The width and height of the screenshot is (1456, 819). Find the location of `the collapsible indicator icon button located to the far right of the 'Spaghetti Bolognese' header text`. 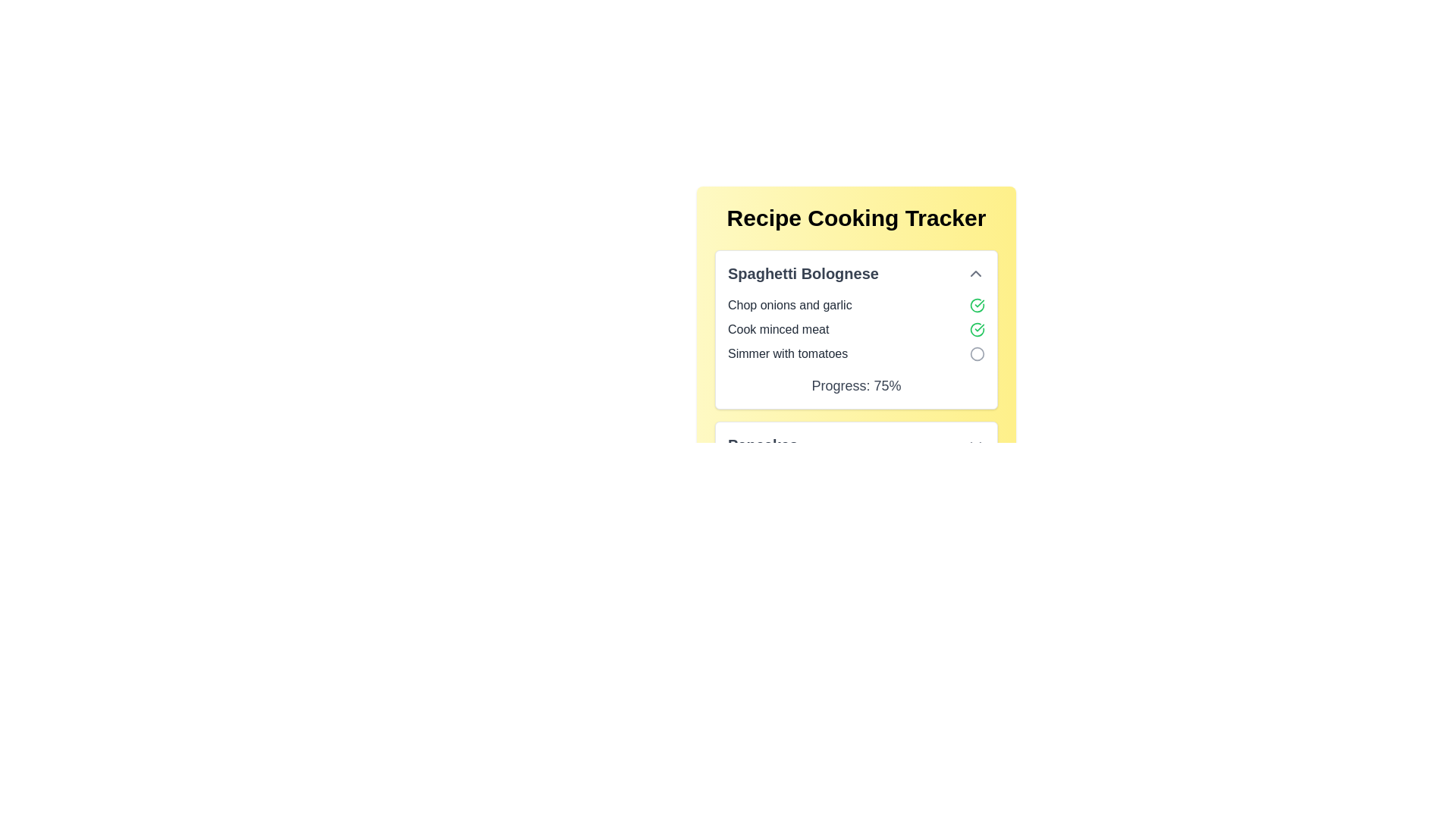

the collapsible indicator icon button located to the far right of the 'Spaghetti Bolognese' header text is located at coordinates (975, 274).